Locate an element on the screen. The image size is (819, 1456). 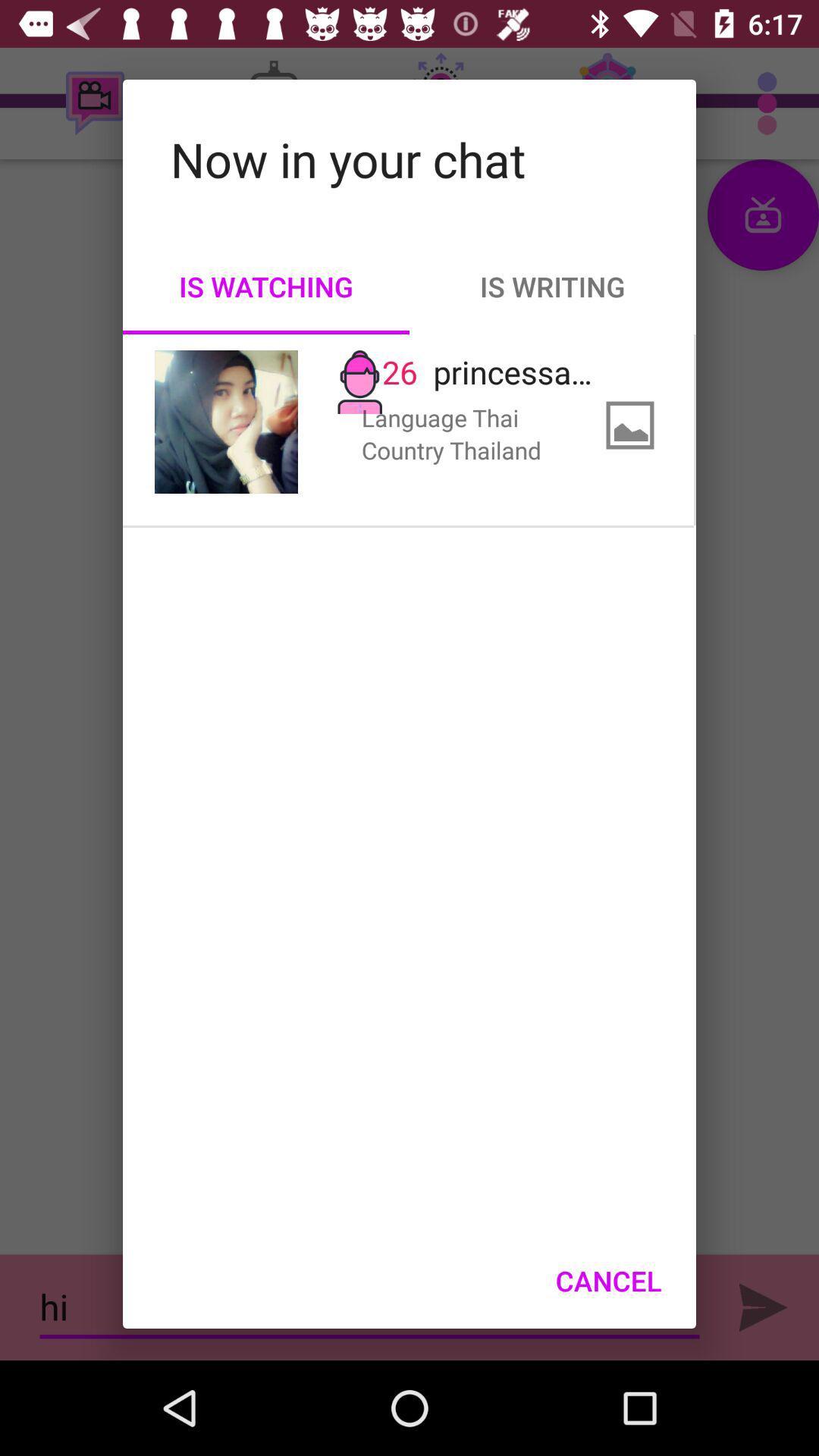
the profile picture is located at coordinates (226, 422).